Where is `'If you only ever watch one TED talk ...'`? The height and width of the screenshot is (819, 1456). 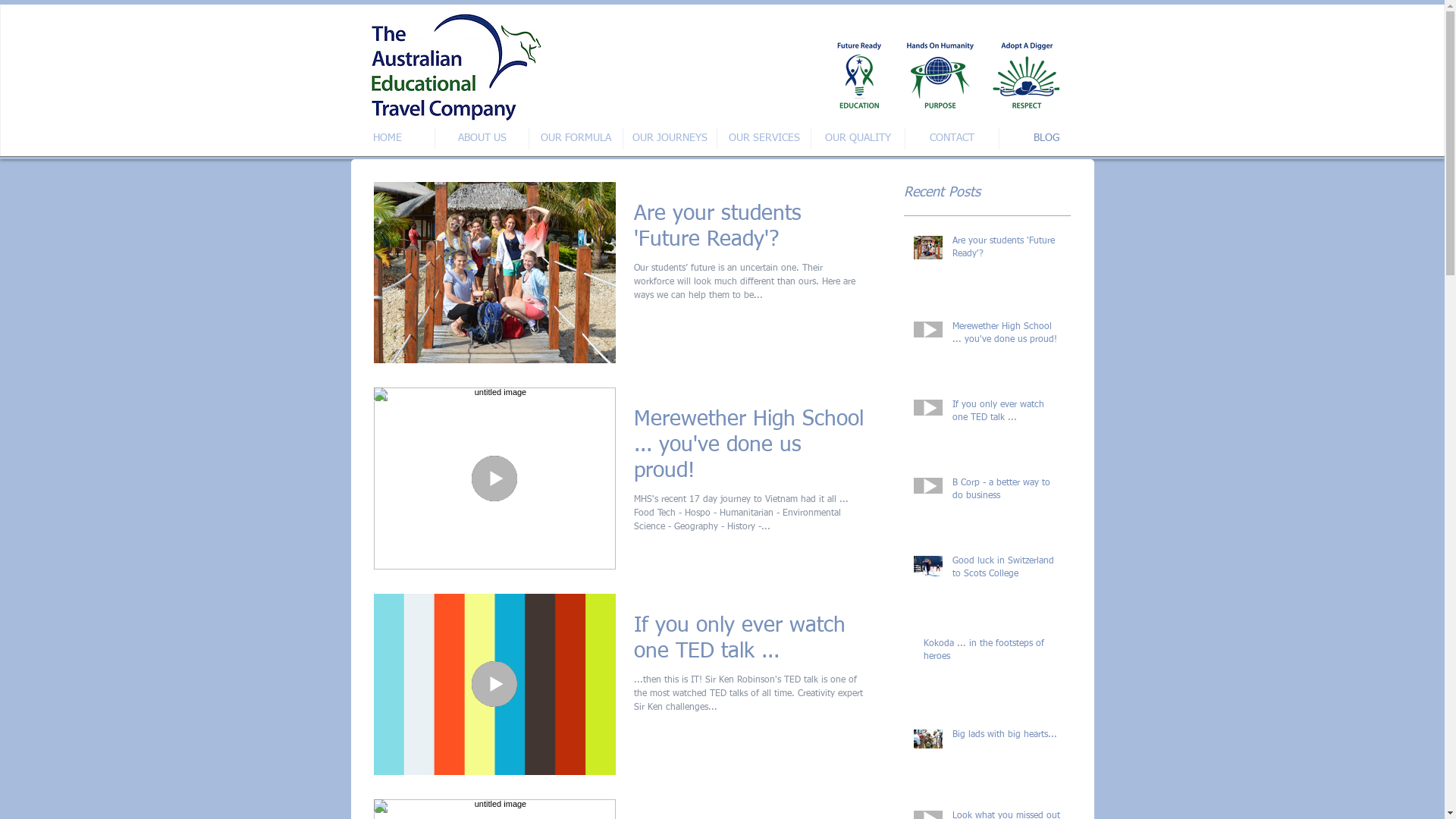 'If you only ever watch one TED talk ...' is located at coordinates (633, 642).